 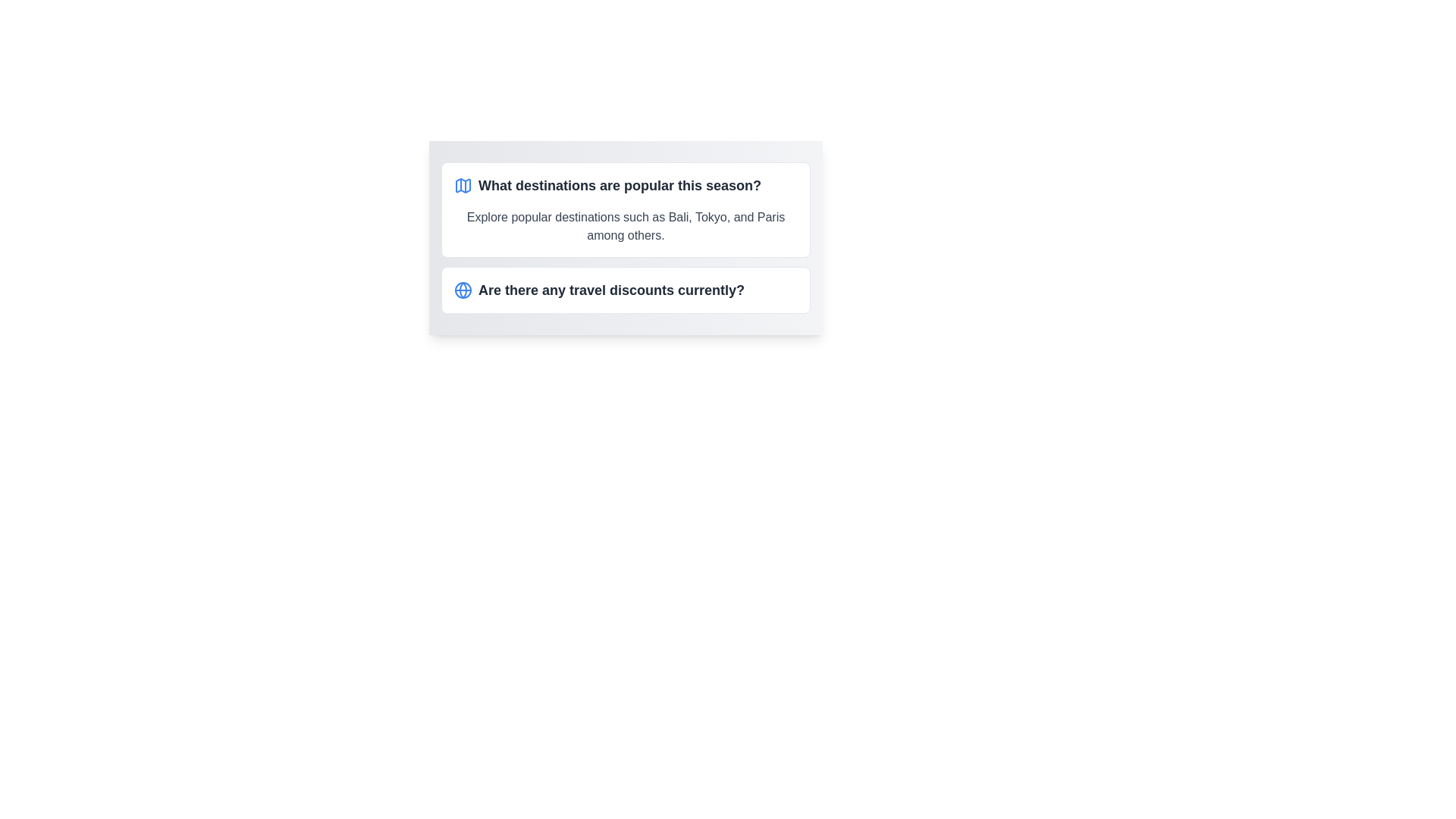 I want to click on the descriptive text element providing information about popular travel destinations, located below the header 'What destinations are popular this season?', so click(x=626, y=227).